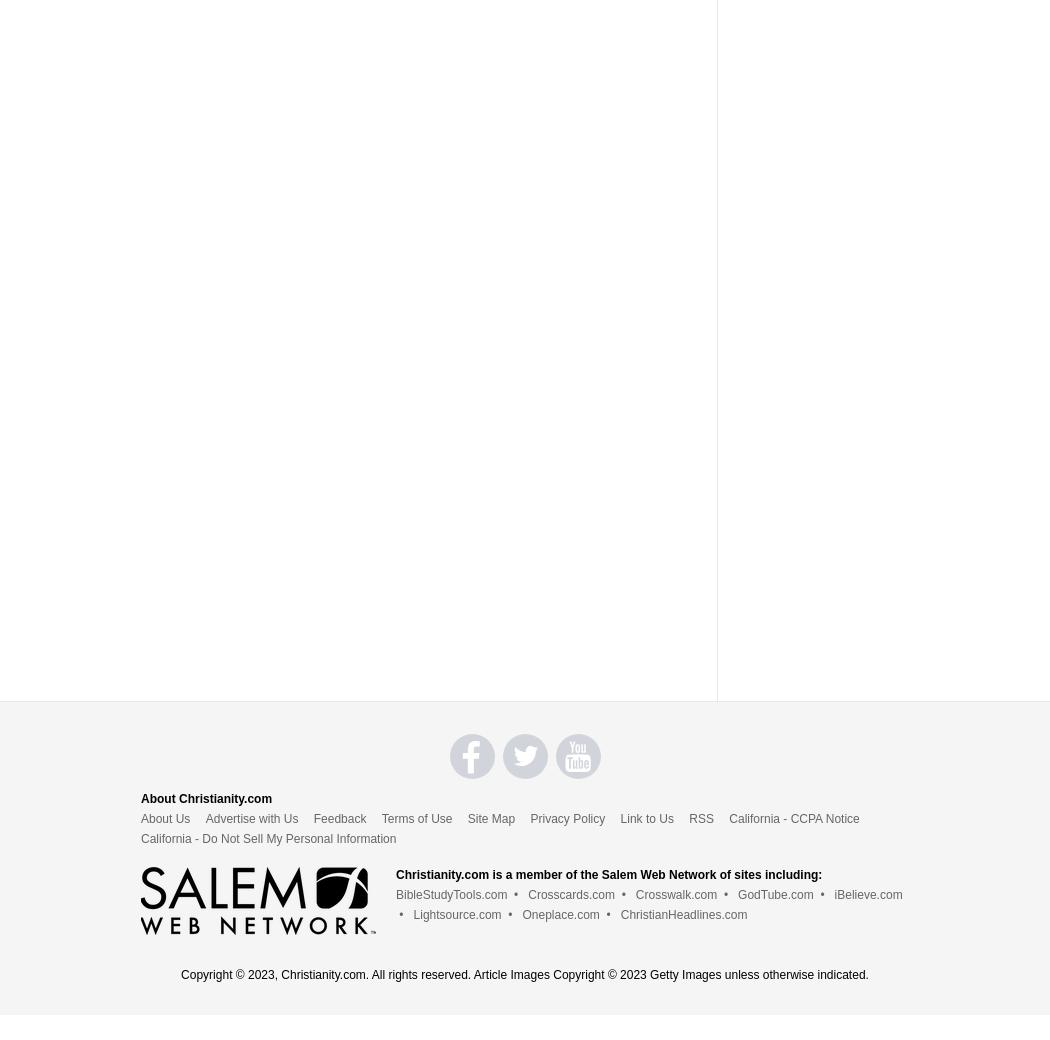 This screenshot has height=1040, width=1050. What do you see at coordinates (566, 816) in the screenshot?
I see `'Privacy Policy'` at bounding box center [566, 816].